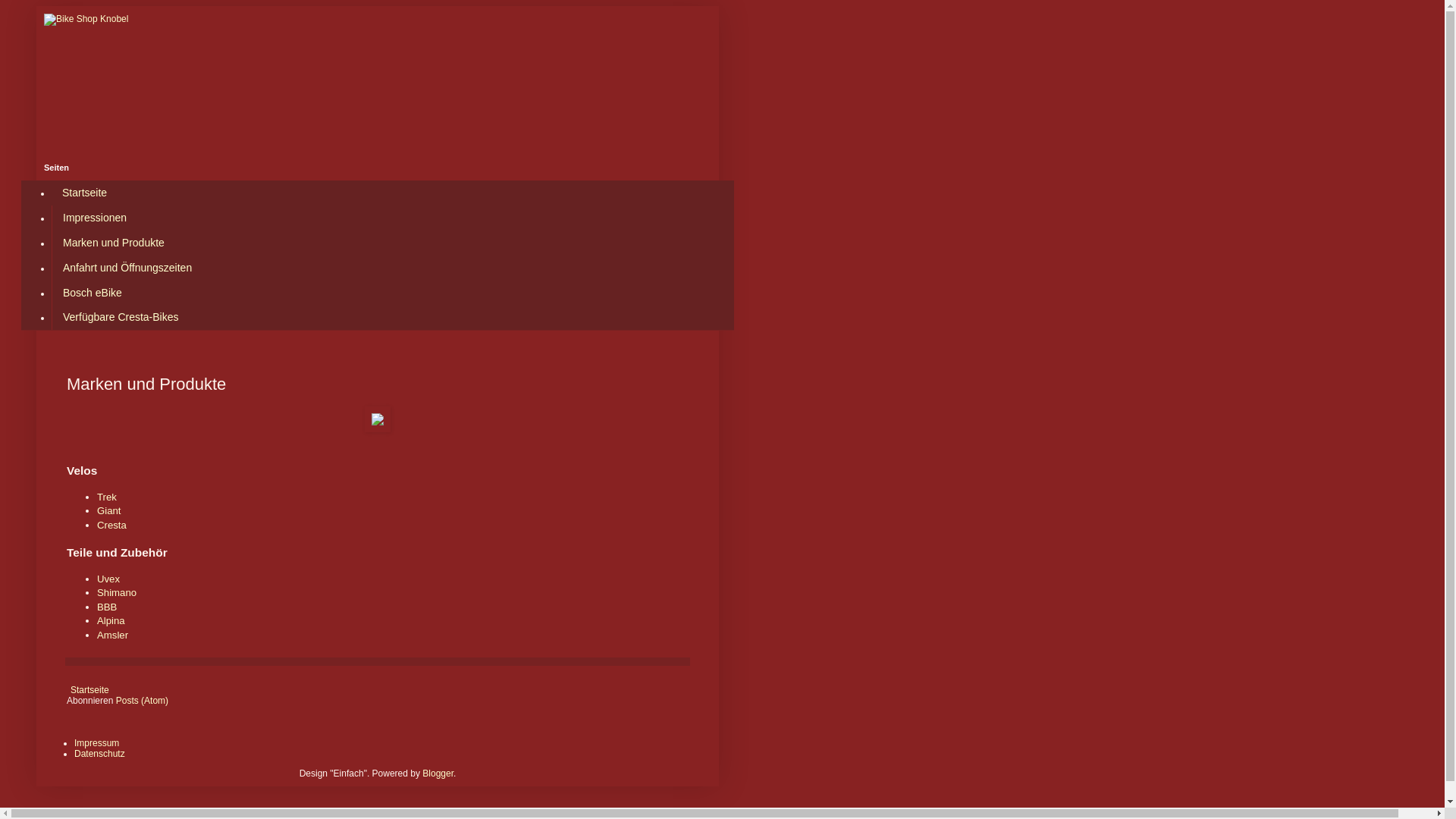  Describe the element at coordinates (83, 192) in the screenshot. I see `'Startseite'` at that location.